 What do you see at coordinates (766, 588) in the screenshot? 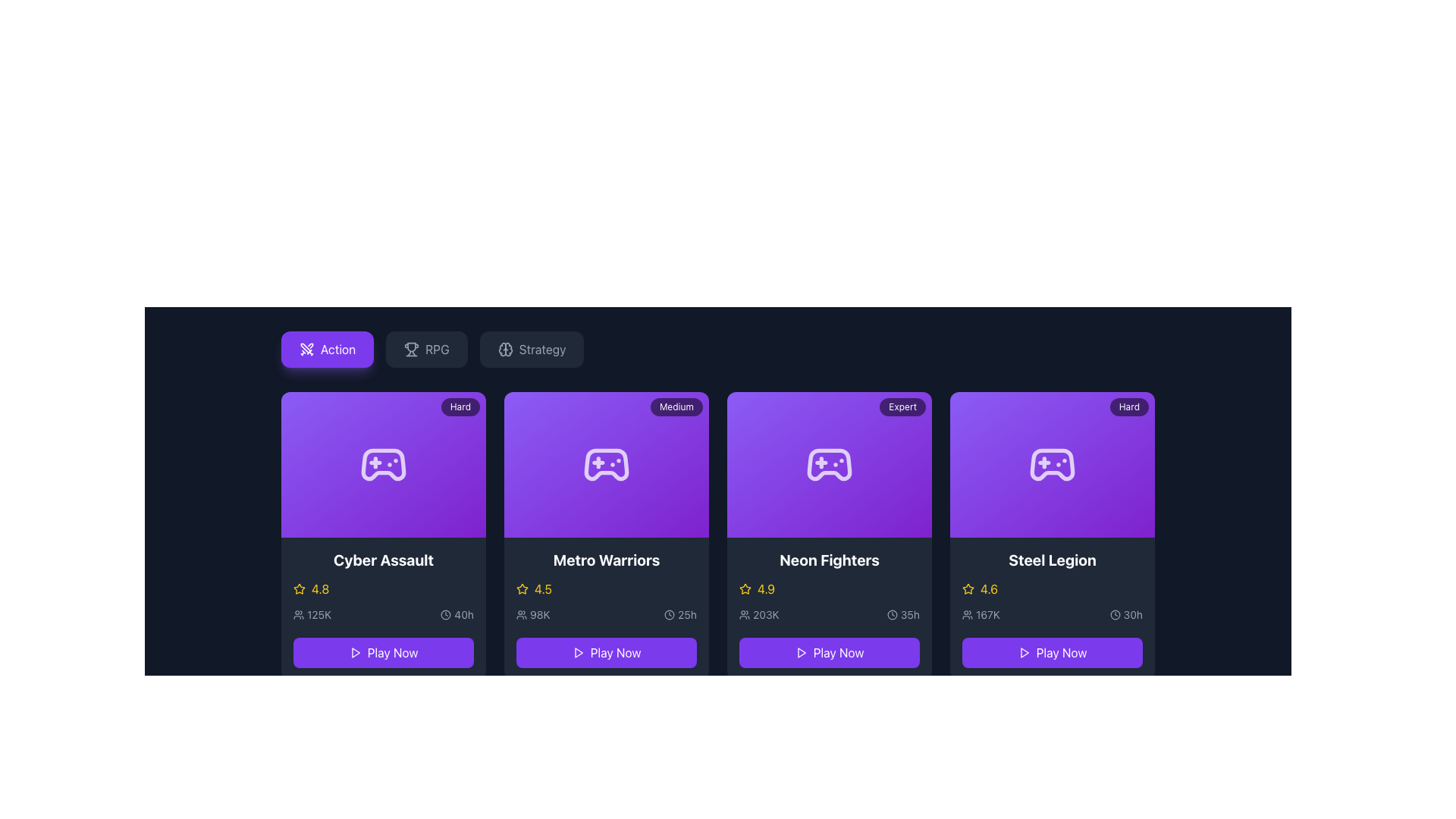
I see `the numerical text displaying the value '4.9', styled in yellow color` at bounding box center [766, 588].